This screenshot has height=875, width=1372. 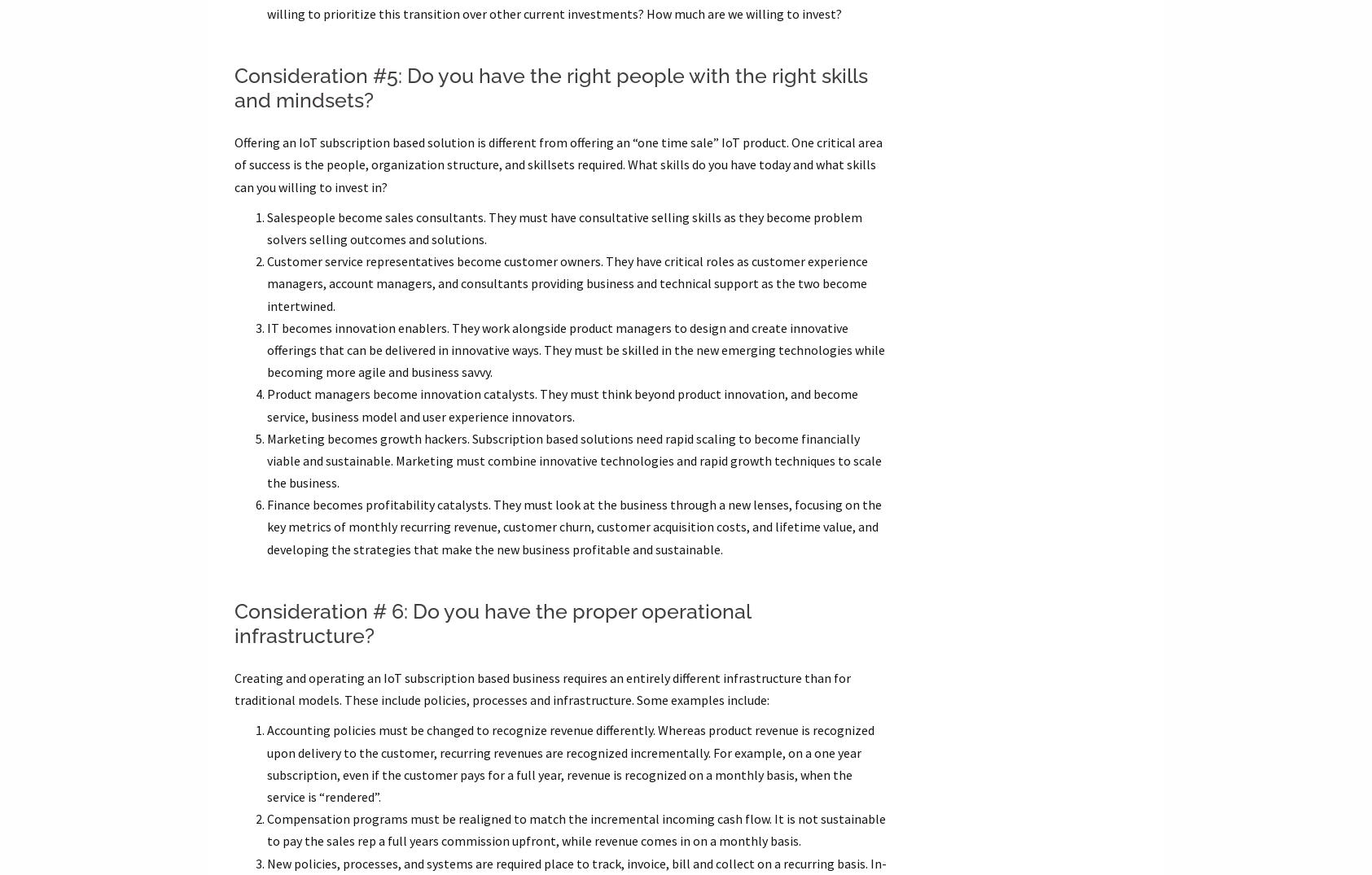 What do you see at coordinates (492, 623) in the screenshot?
I see `'Consideration # 6: Do you have the proper operational infrastructure?'` at bounding box center [492, 623].